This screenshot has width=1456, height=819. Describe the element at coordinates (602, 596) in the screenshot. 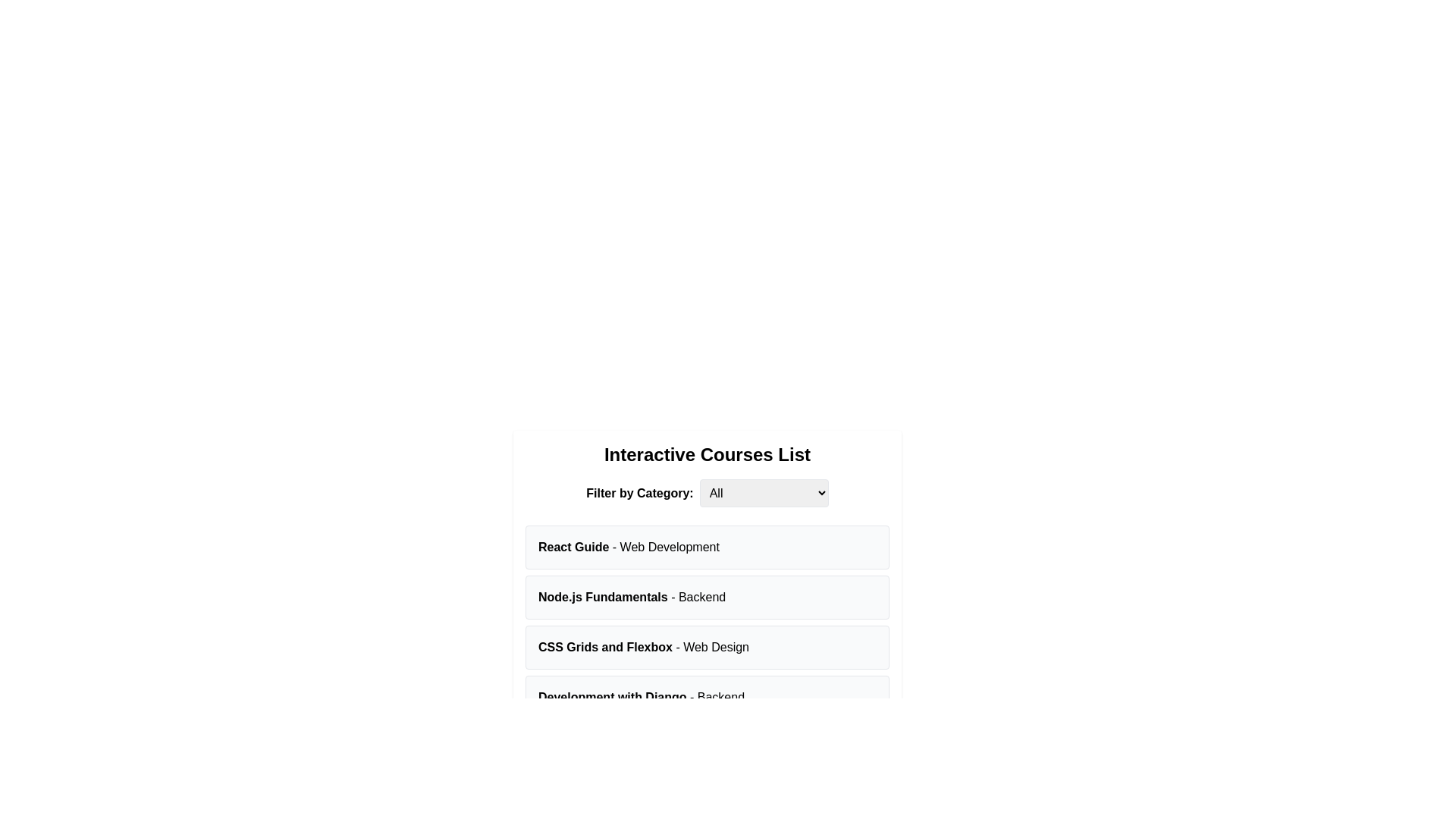

I see `the text label serving as a title for the course 'Node.js Fundamentals - Backend'` at that location.